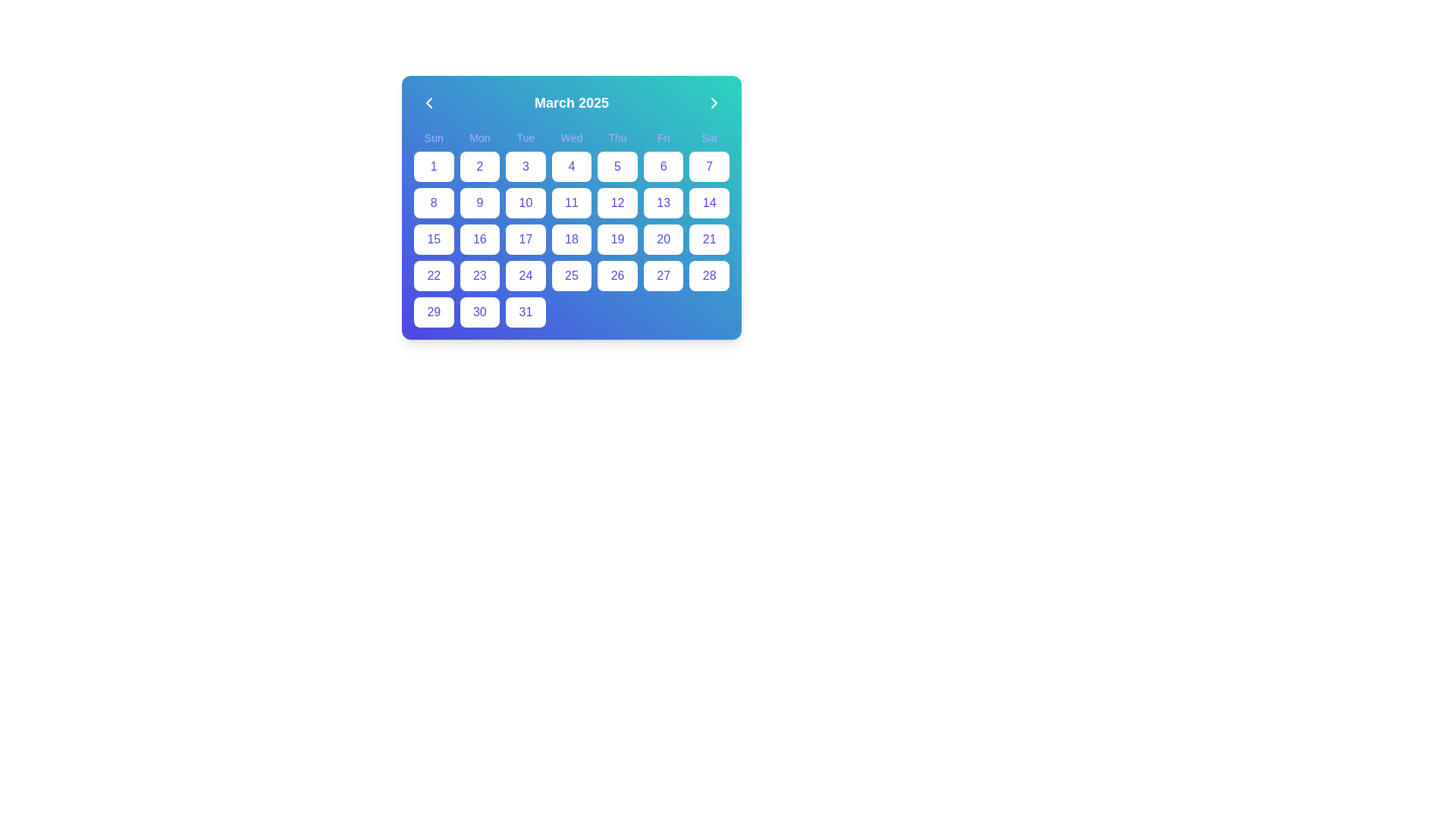 The image size is (1456, 819). What do you see at coordinates (570, 166) in the screenshot?
I see `the button displaying the date '4' in the fourth column under the 'Wed' header of the calendar interface` at bounding box center [570, 166].